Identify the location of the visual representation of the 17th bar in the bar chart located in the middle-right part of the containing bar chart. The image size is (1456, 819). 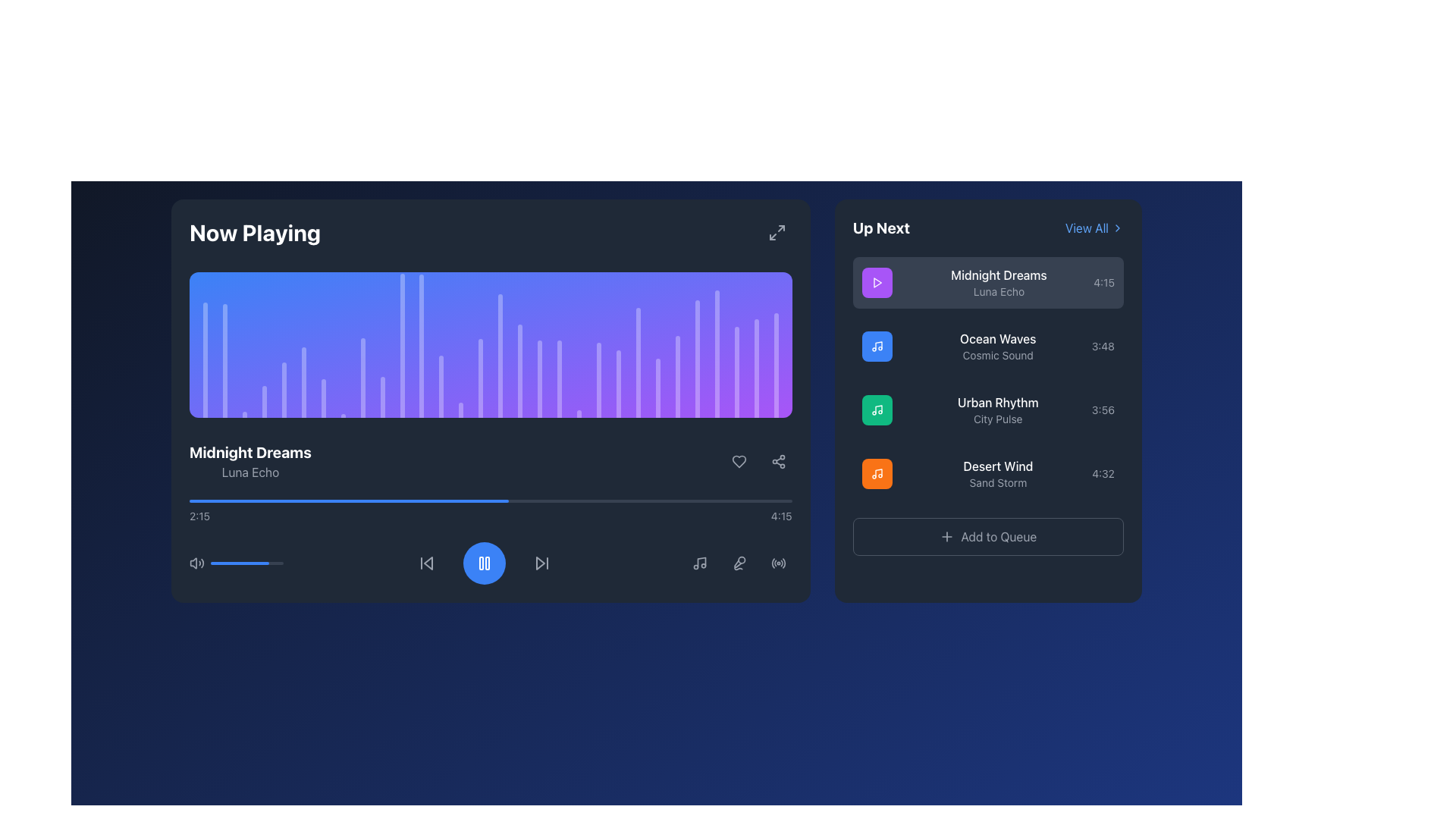
(540, 378).